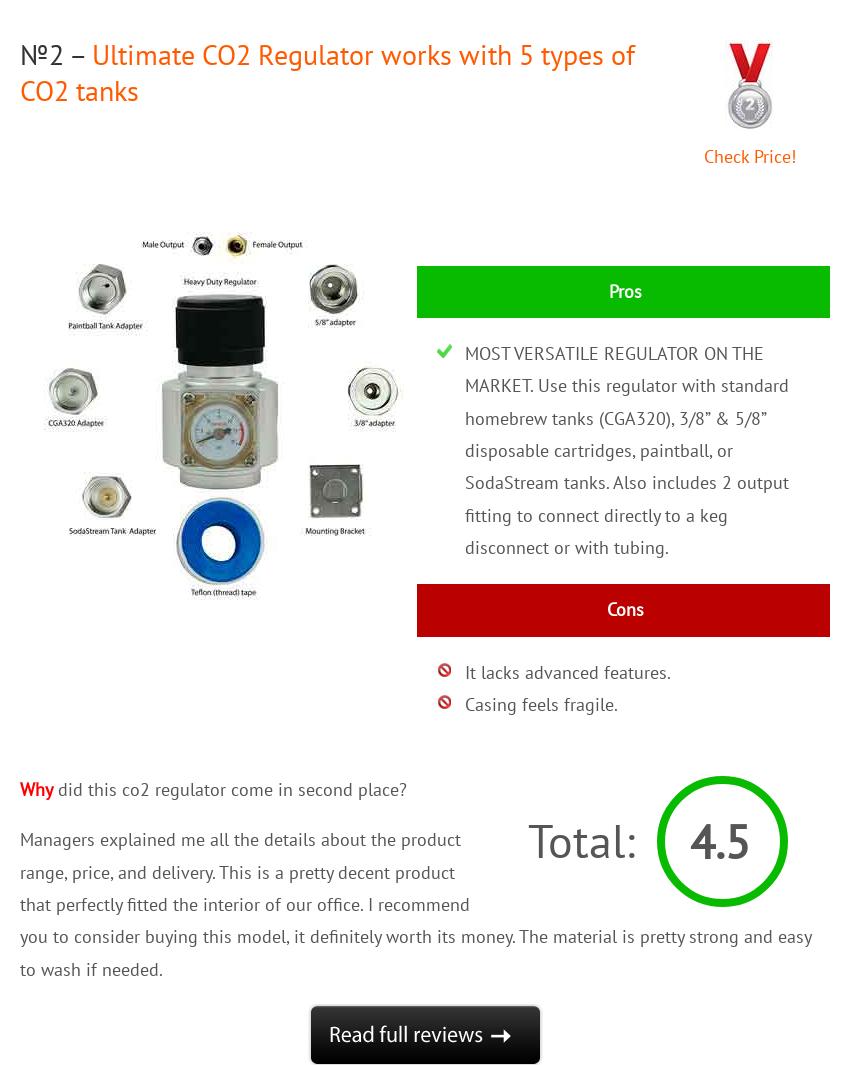 The height and width of the screenshot is (1065, 850). What do you see at coordinates (539, 704) in the screenshot?
I see `'Casing feels fragile.'` at bounding box center [539, 704].